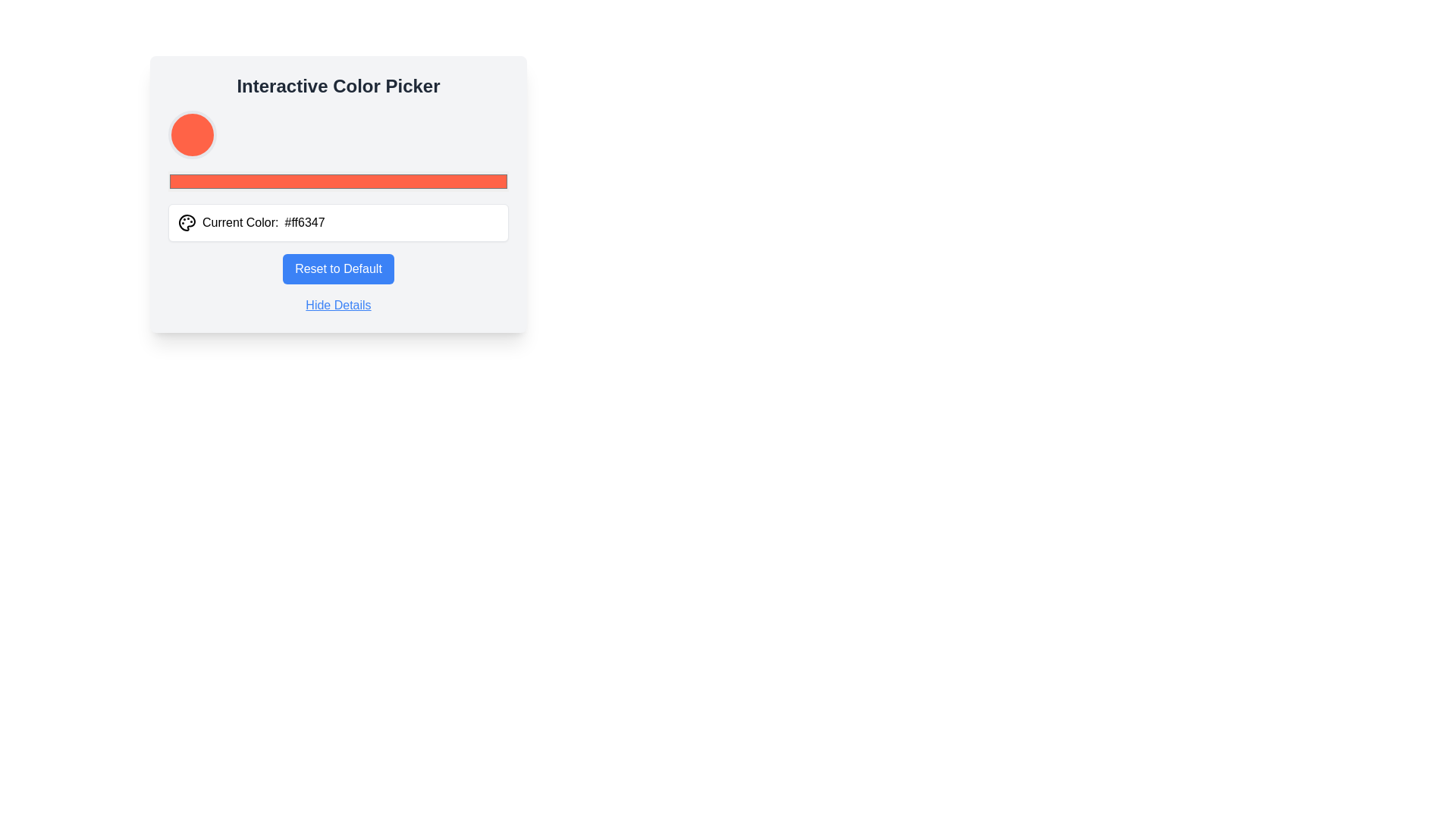 Image resolution: width=1456 pixels, height=819 pixels. I want to click on the slider value, so click(287, 180).